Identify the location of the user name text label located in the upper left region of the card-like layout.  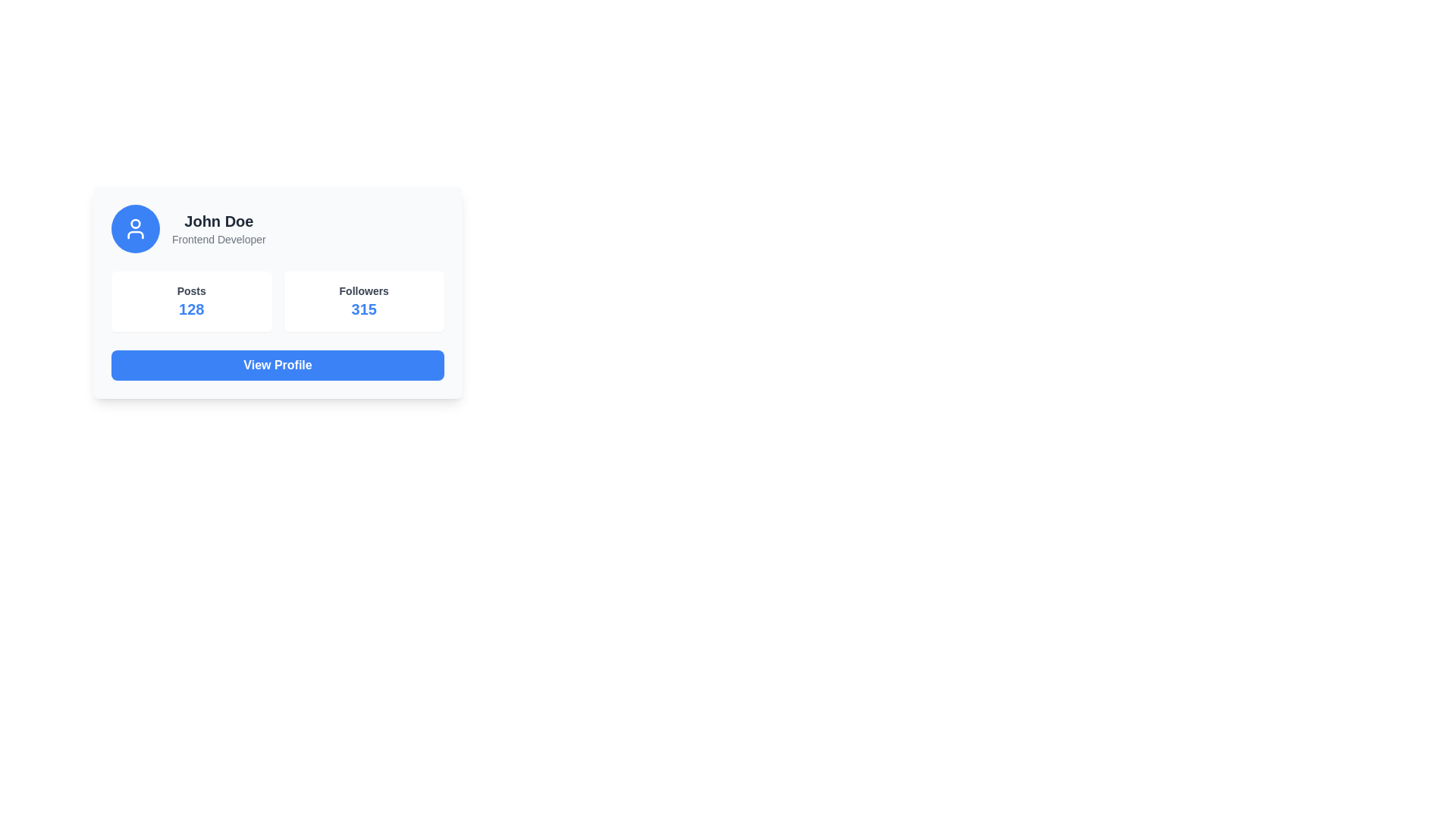
(218, 221).